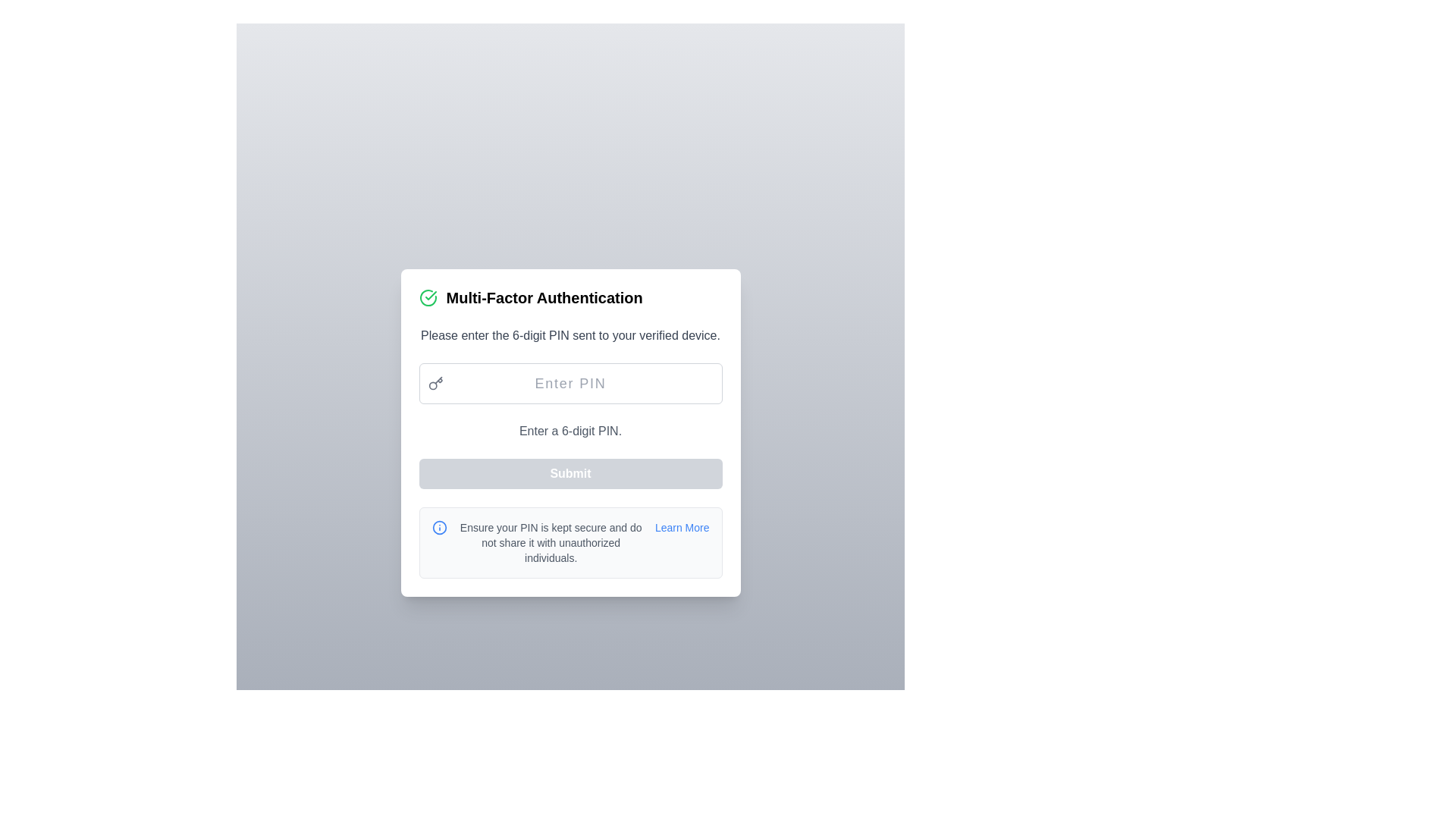  Describe the element at coordinates (550, 542) in the screenshot. I see `warning message text content from the Text Block located centrally below the Submit button, flanked by an information icon on the left and a 'Learn More' link on the right` at that location.